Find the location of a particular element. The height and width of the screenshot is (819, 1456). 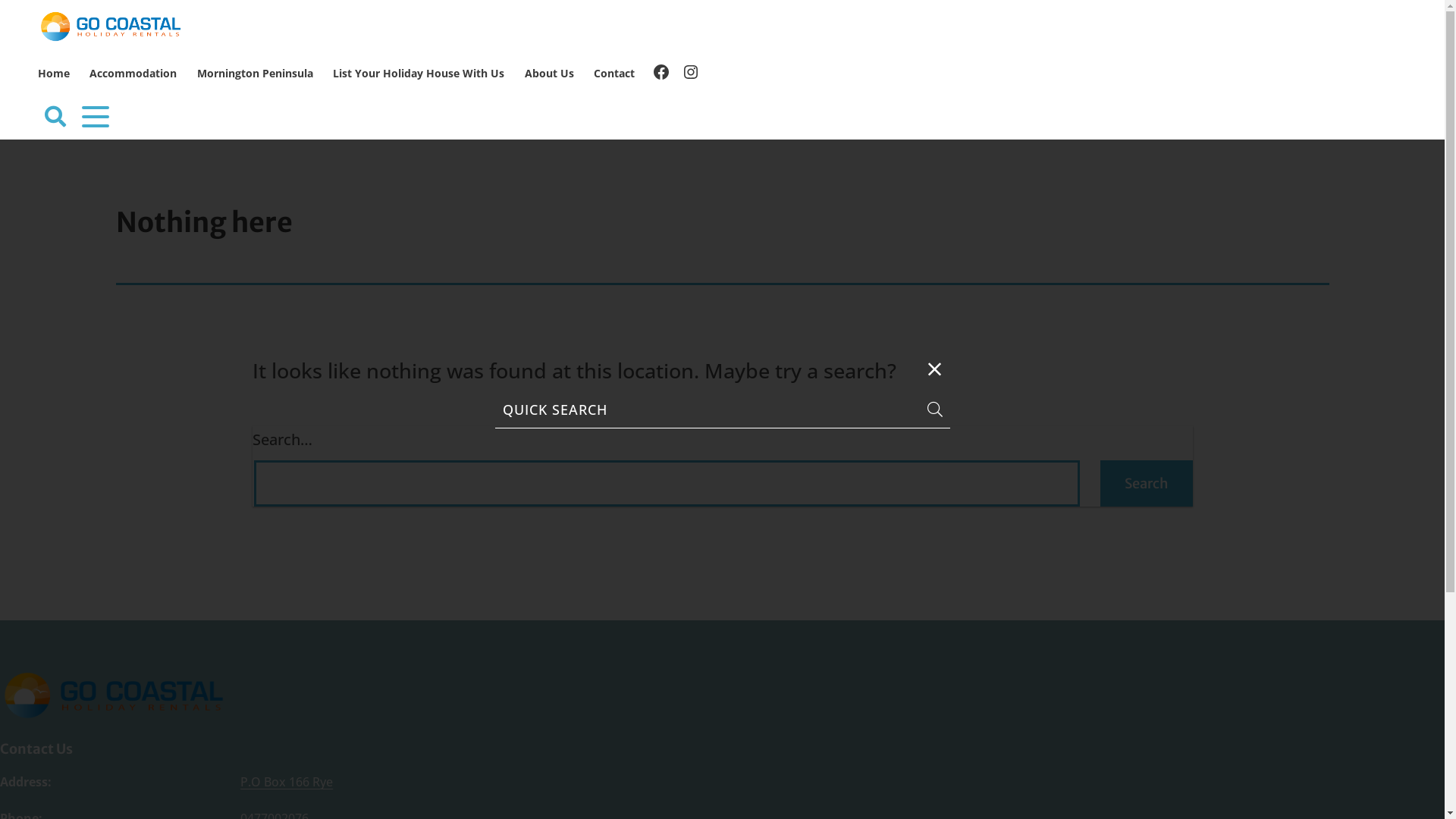

'P.O Box 166 Rye' is located at coordinates (287, 781).